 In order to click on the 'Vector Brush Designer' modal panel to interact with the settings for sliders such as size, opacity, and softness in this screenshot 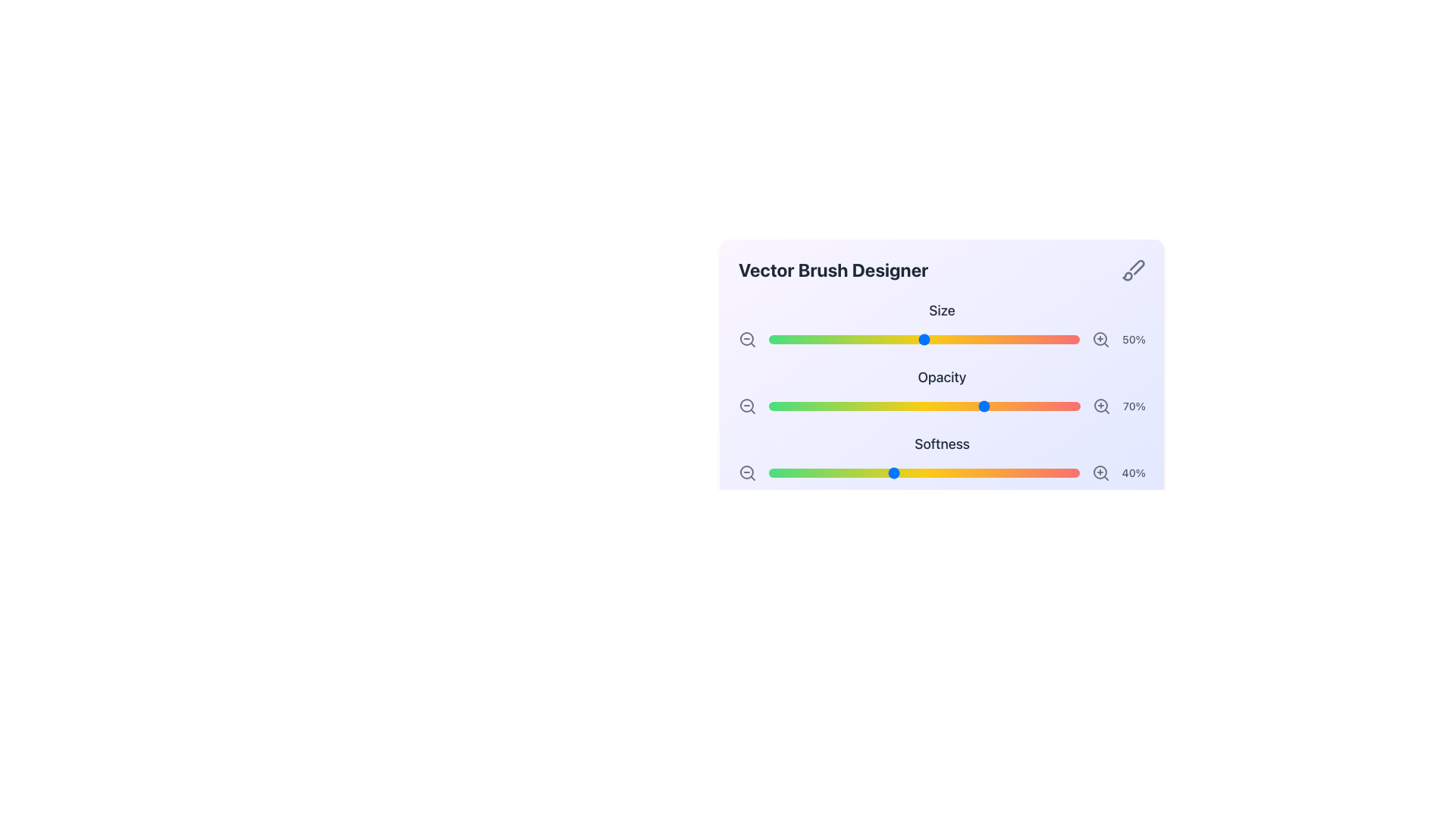, I will do `click(941, 356)`.